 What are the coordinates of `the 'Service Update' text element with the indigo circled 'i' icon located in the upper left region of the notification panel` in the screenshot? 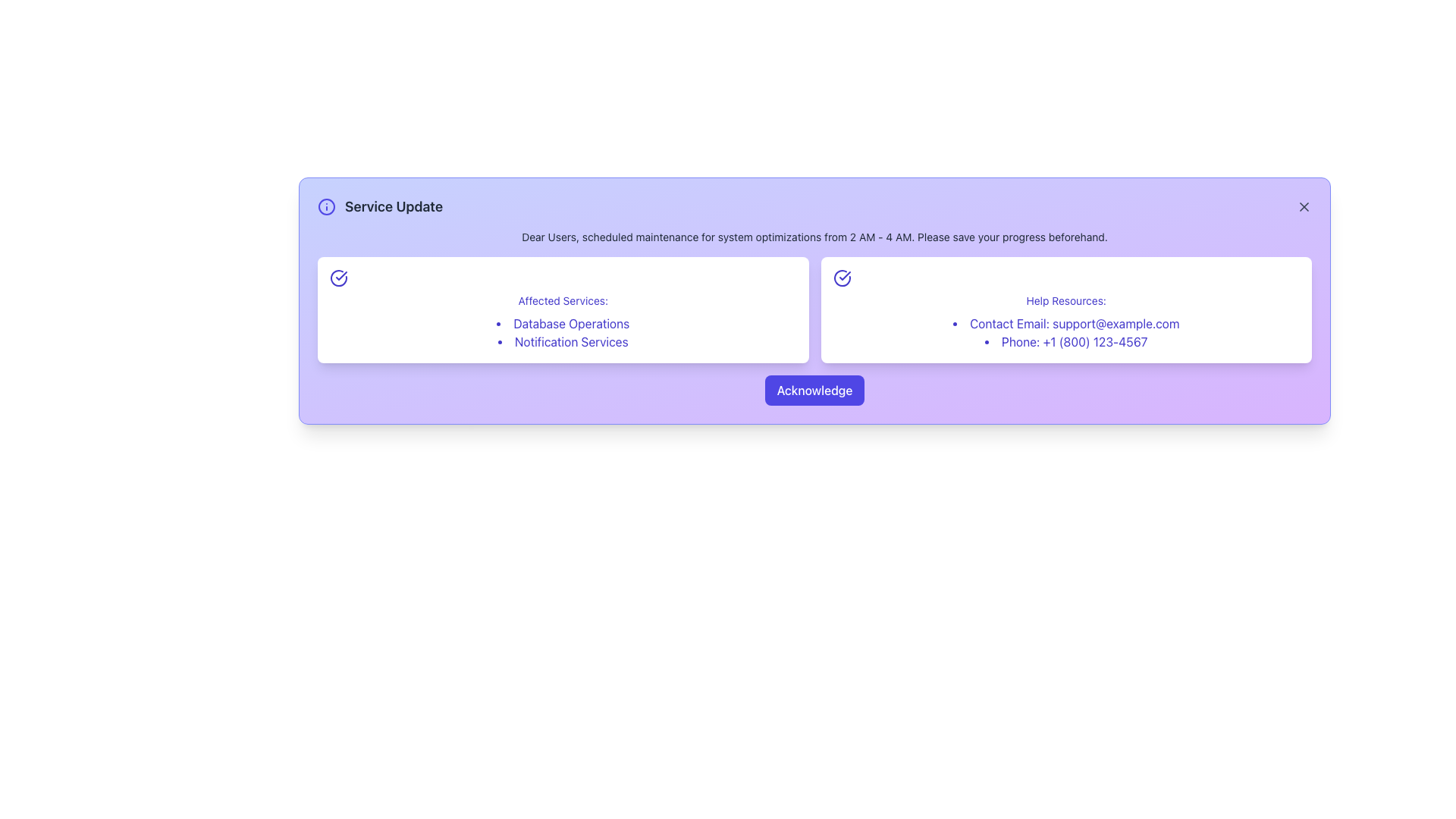 It's located at (380, 207).